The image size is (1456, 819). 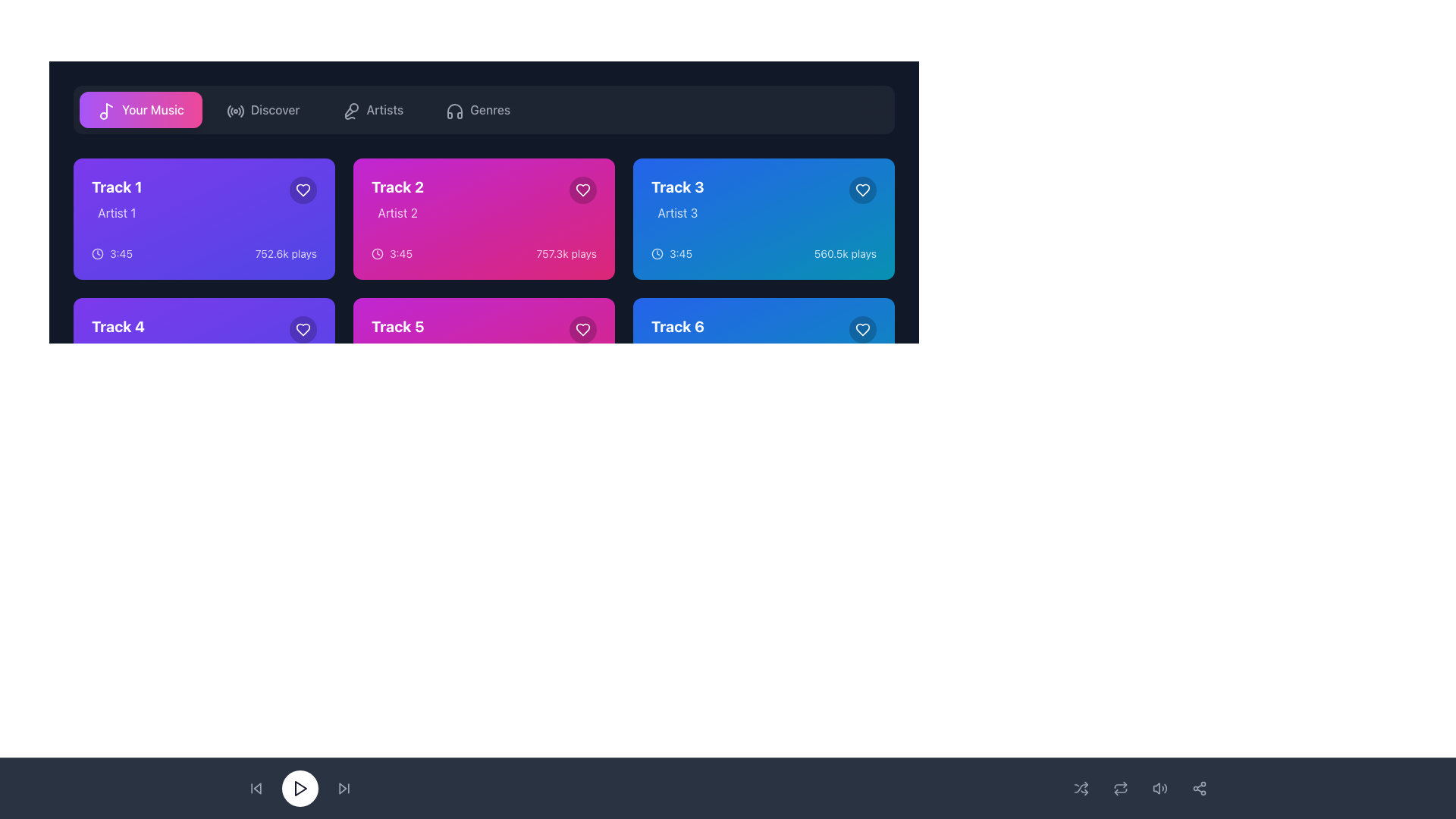 I want to click on the 'Genres' text label located in the top navigation bar, which is styled in a muted gray color and positioned to the right of a headphones icon, so click(x=490, y=109).